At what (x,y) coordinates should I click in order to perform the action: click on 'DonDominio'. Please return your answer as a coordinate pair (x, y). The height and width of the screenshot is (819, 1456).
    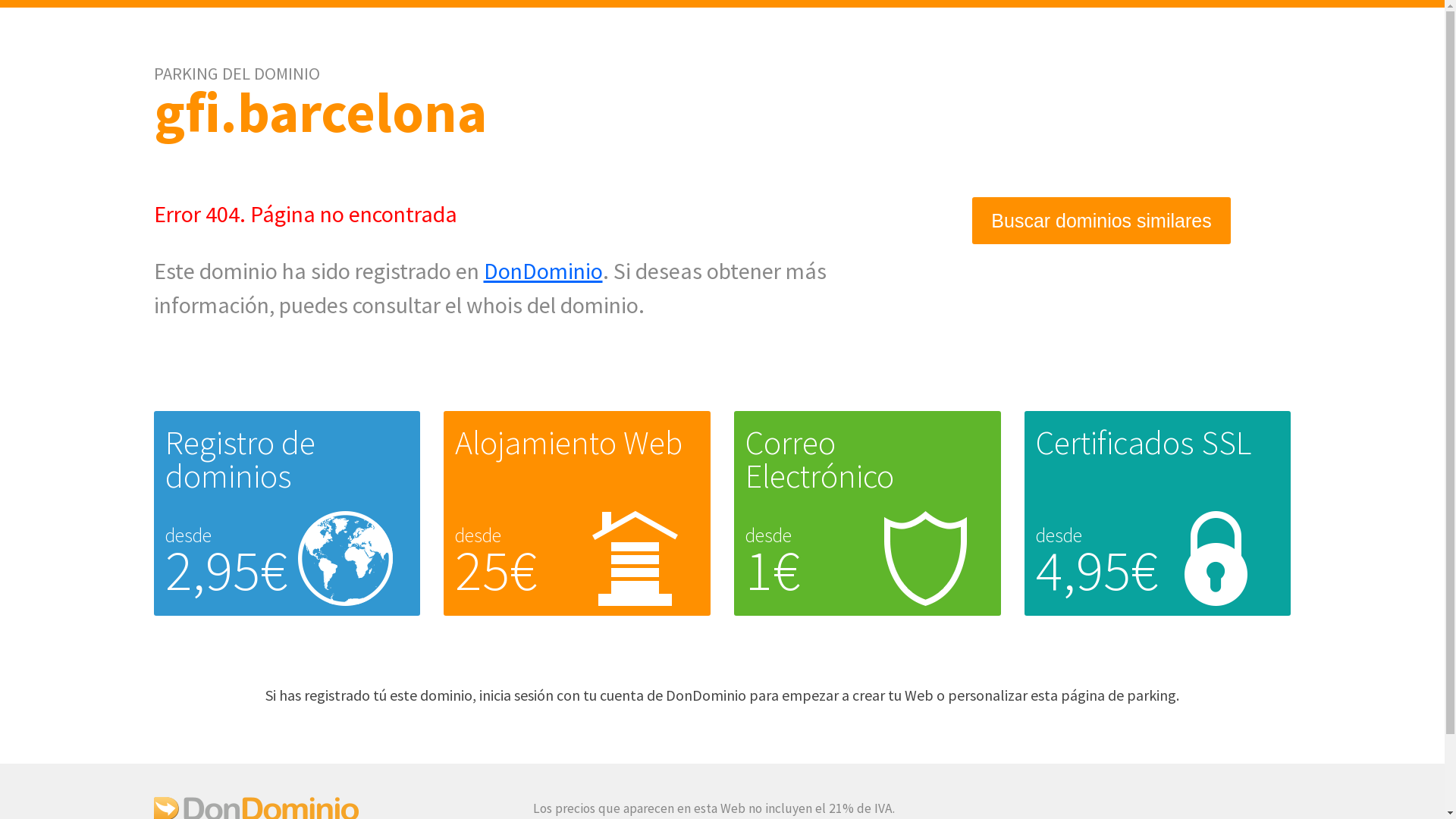
    Looking at the image, I should click on (543, 270).